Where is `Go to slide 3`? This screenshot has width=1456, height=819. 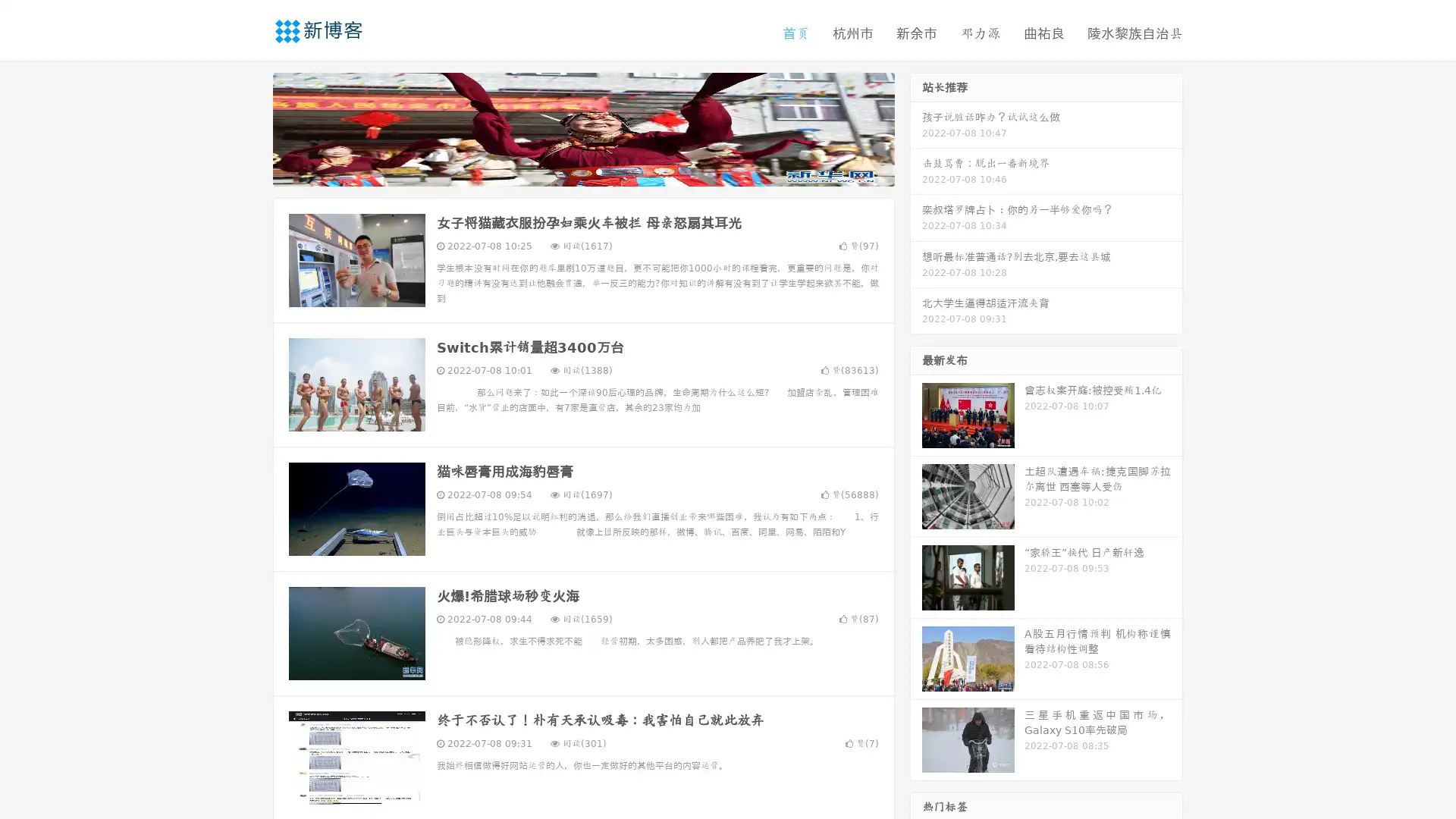
Go to slide 3 is located at coordinates (598, 171).